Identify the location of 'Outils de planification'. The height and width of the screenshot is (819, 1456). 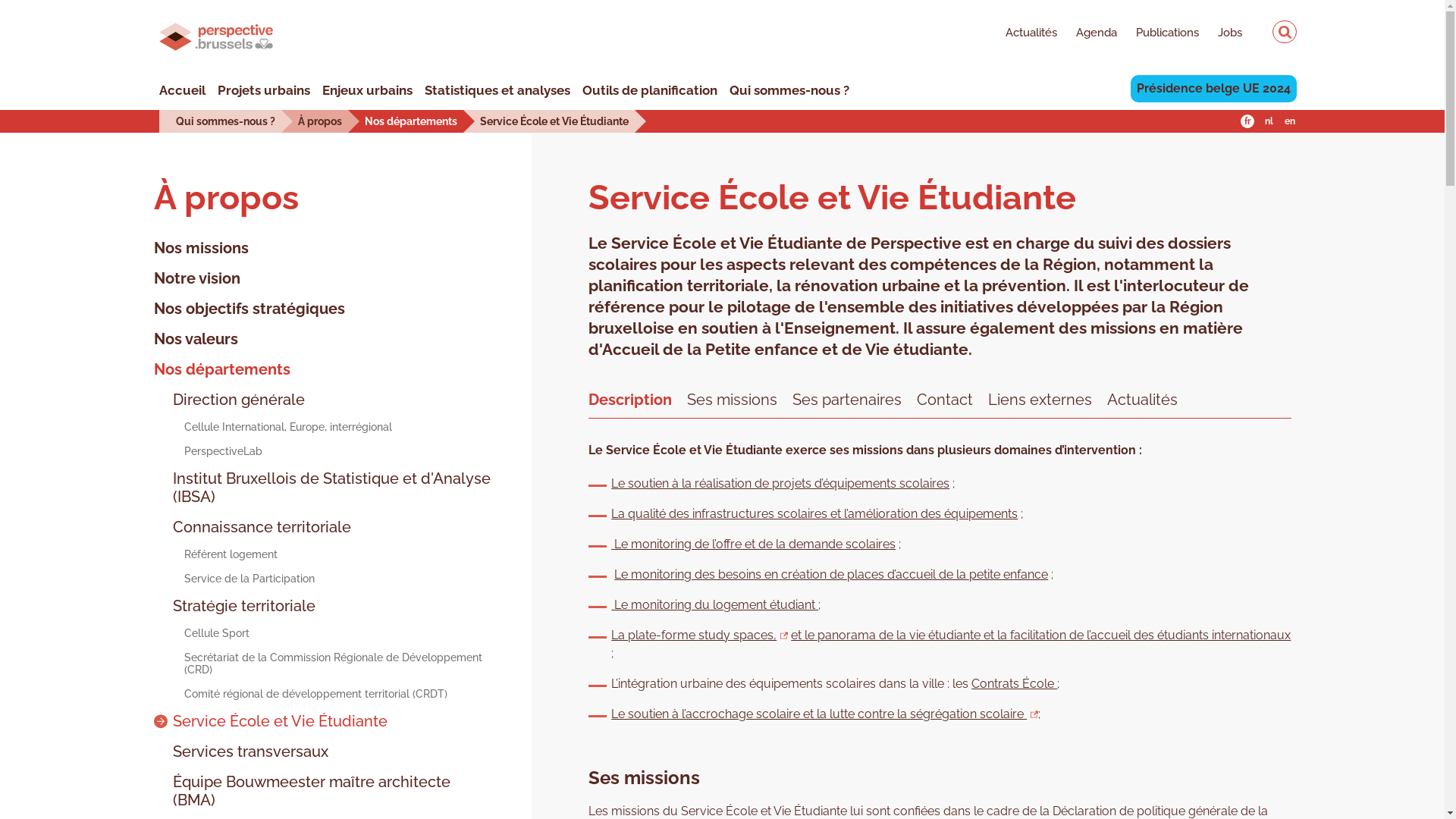
(650, 90).